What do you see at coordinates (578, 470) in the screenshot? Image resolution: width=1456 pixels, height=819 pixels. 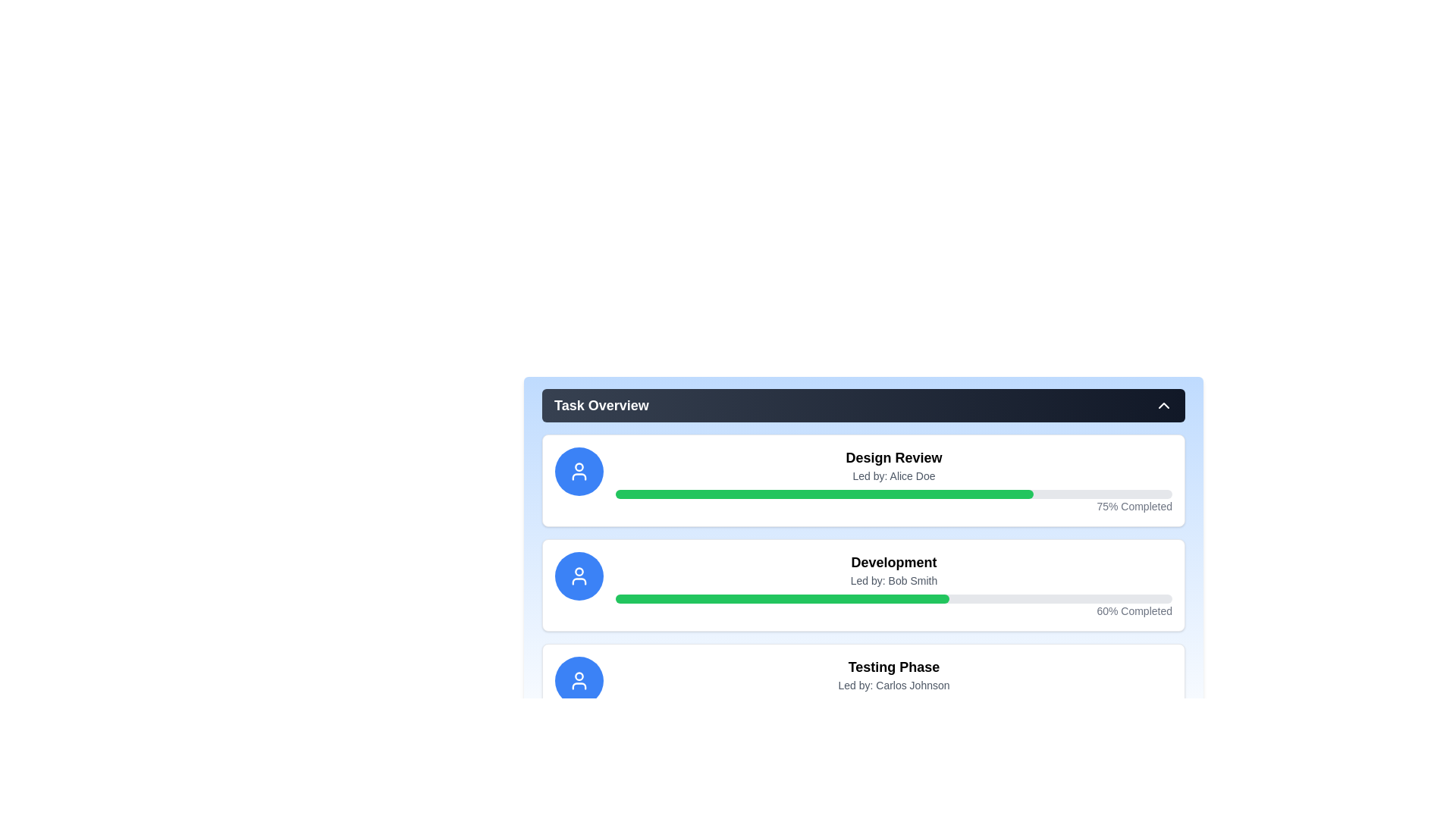 I see `the user icon representing the leader in the 'Design Review' card, located to the left of the text 'Led by: Alice Doe'` at bounding box center [578, 470].